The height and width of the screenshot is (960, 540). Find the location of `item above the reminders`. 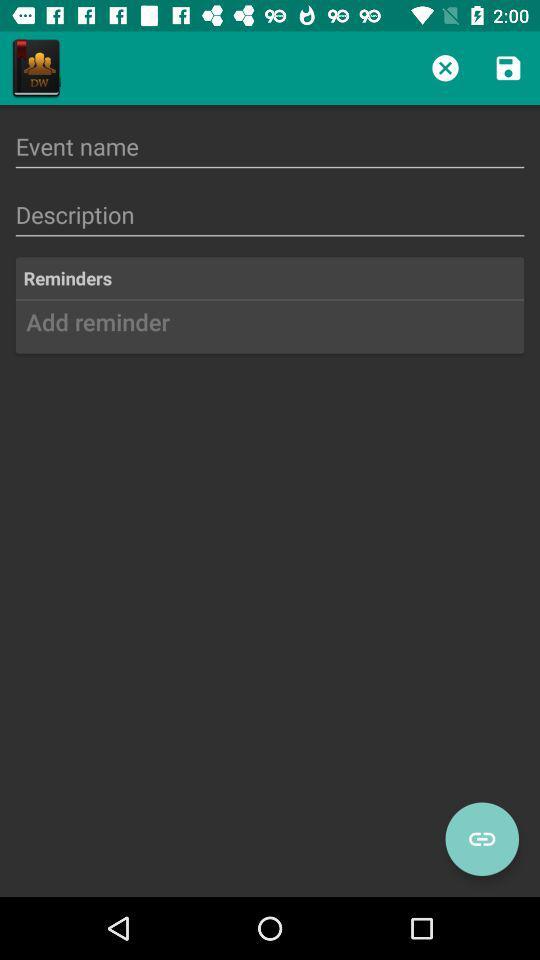

item above the reminders is located at coordinates (270, 215).